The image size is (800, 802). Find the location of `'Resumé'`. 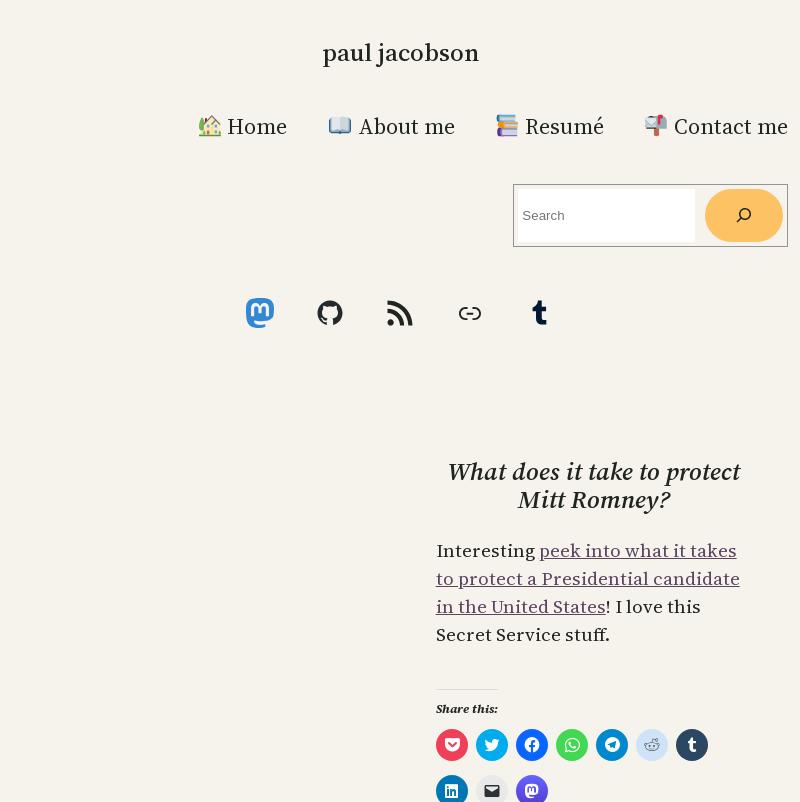

'Resumé' is located at coordinates (518, 124).